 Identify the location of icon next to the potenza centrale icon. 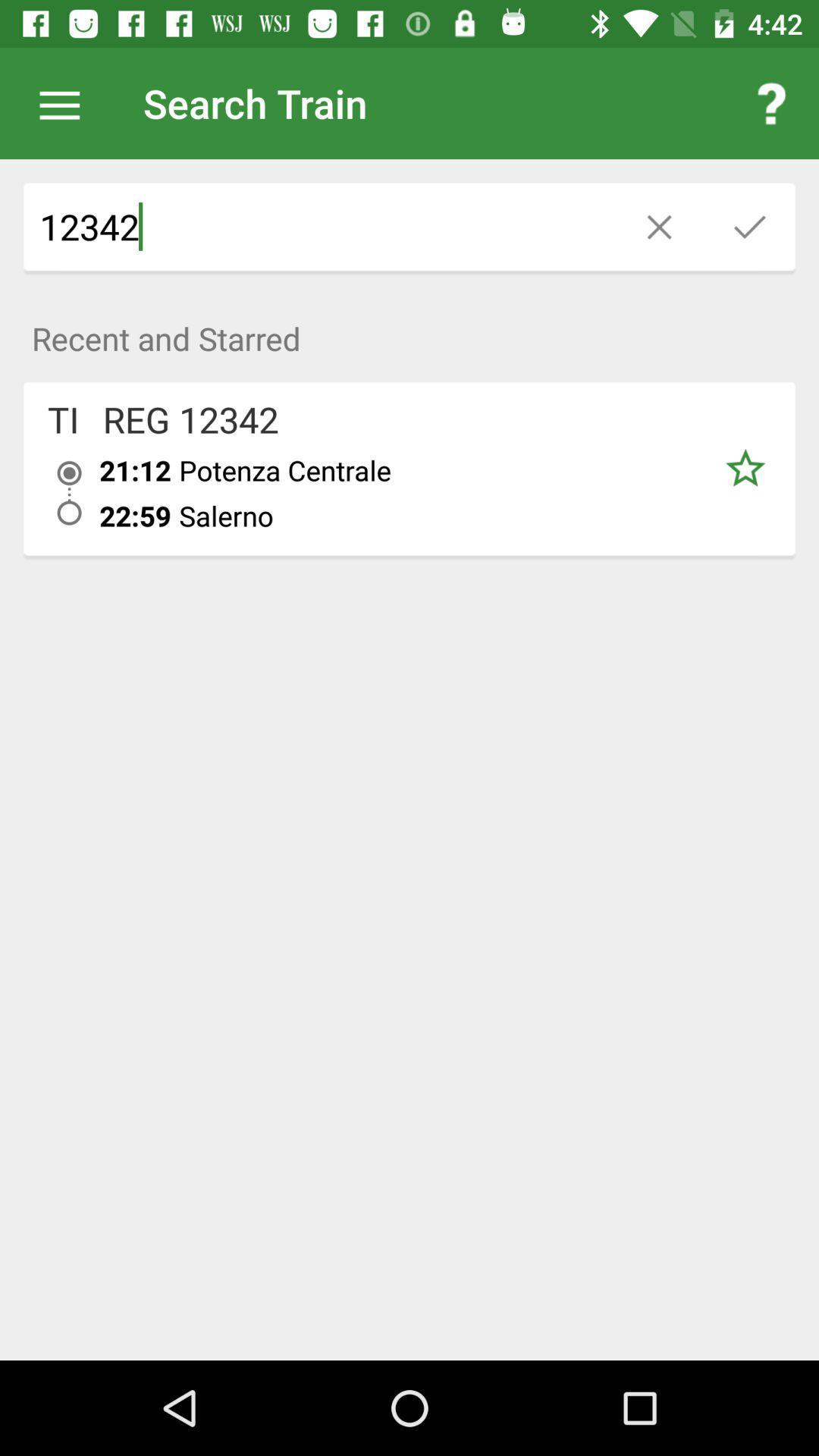
(134, 516).